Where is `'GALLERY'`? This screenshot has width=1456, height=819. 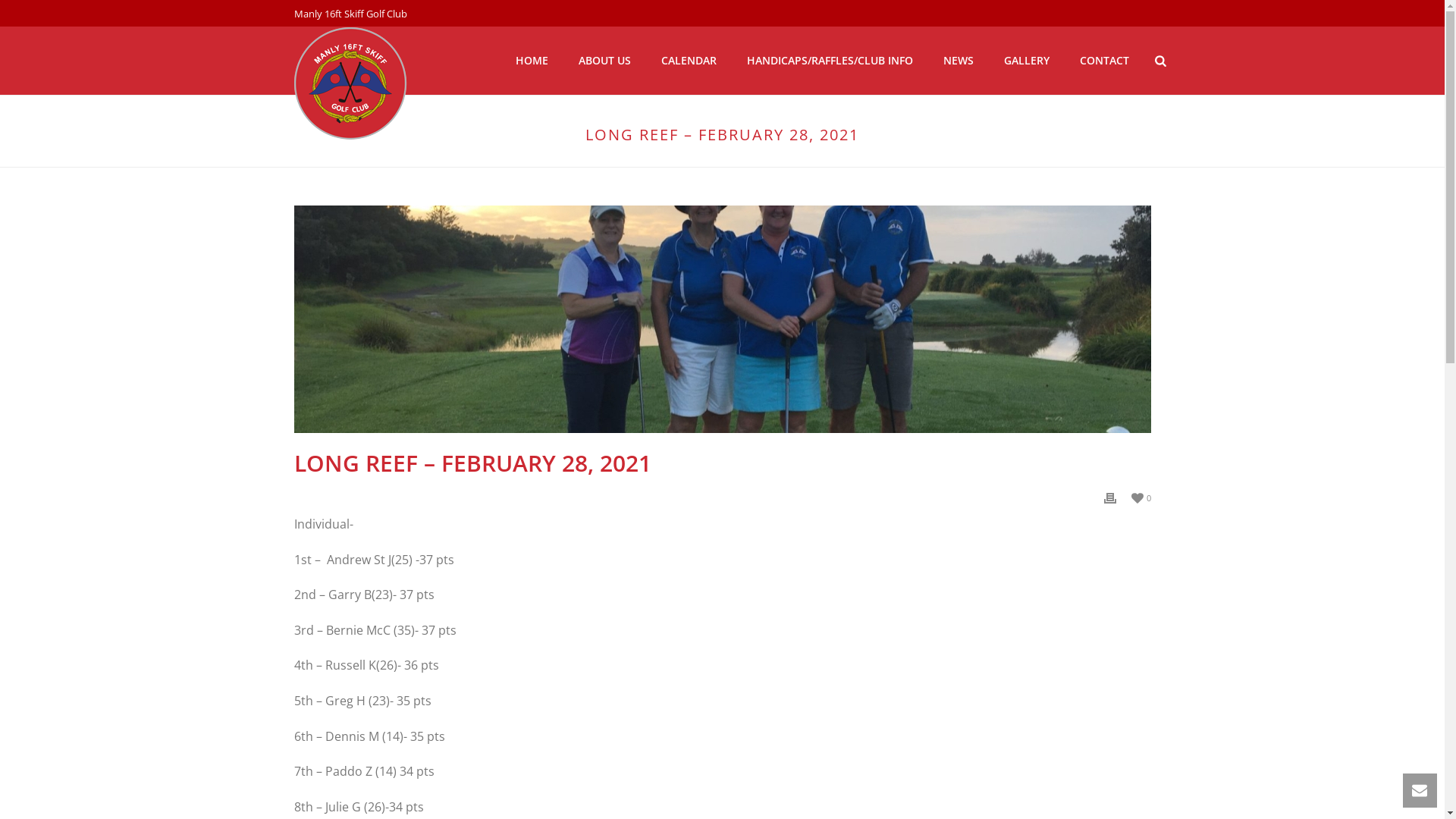 'GALLERY' is located at coordinates (1026, 60).